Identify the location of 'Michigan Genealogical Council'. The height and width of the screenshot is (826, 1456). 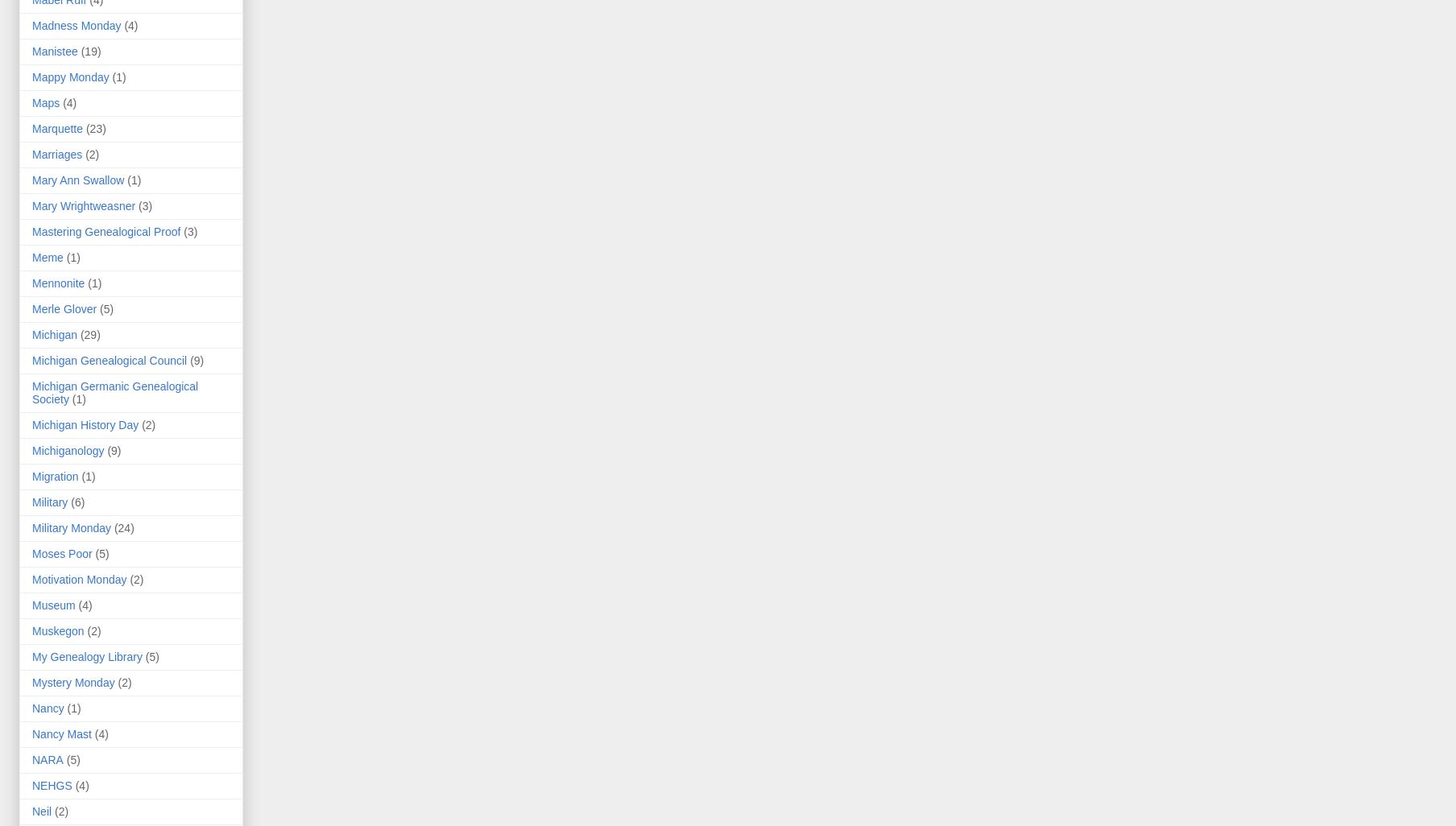
(108, 360).